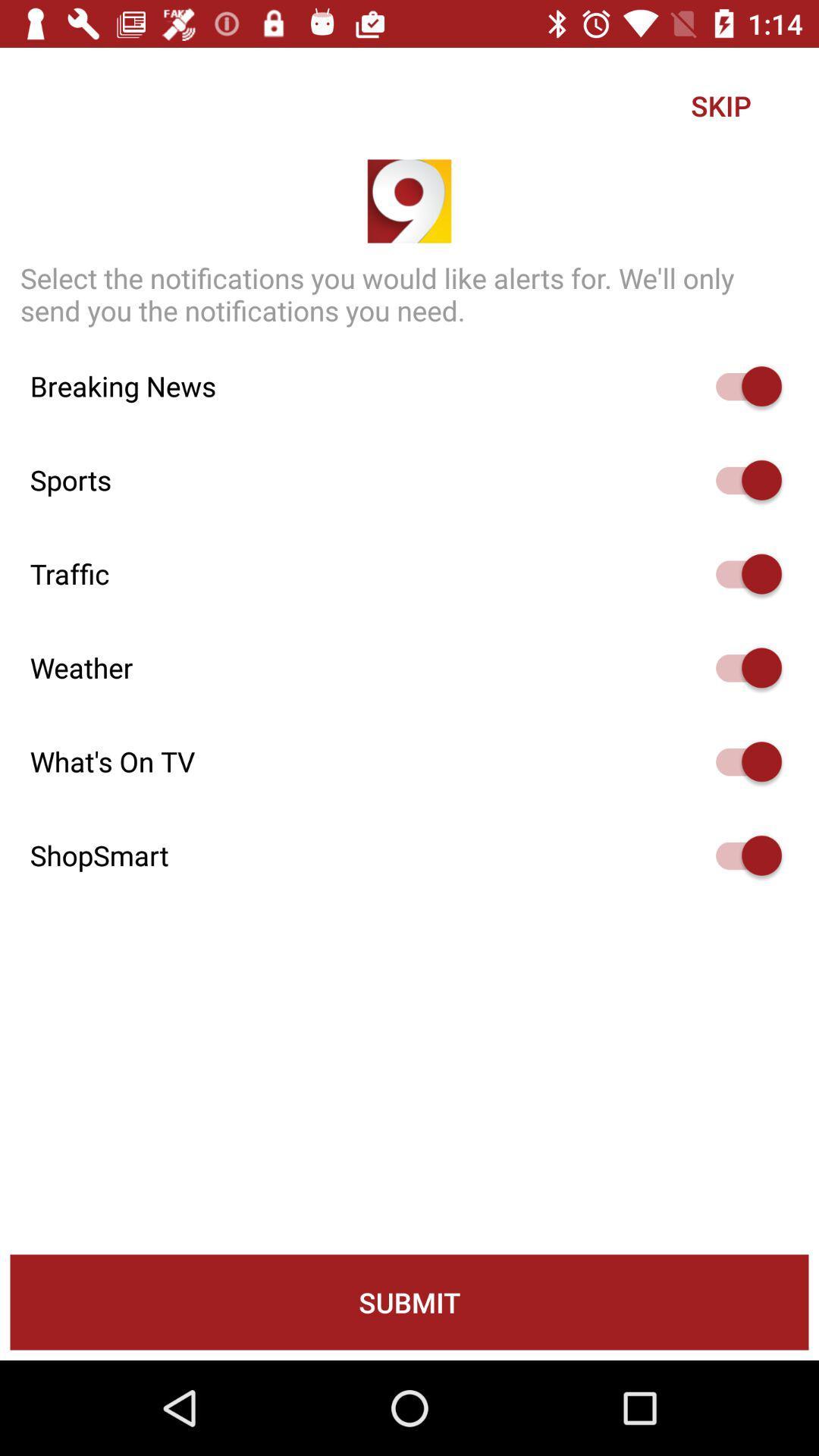 The image size is (819, 1456). Describe the element at coordinates (409, 1301) in the screenshot. I see `the submit` at that location.